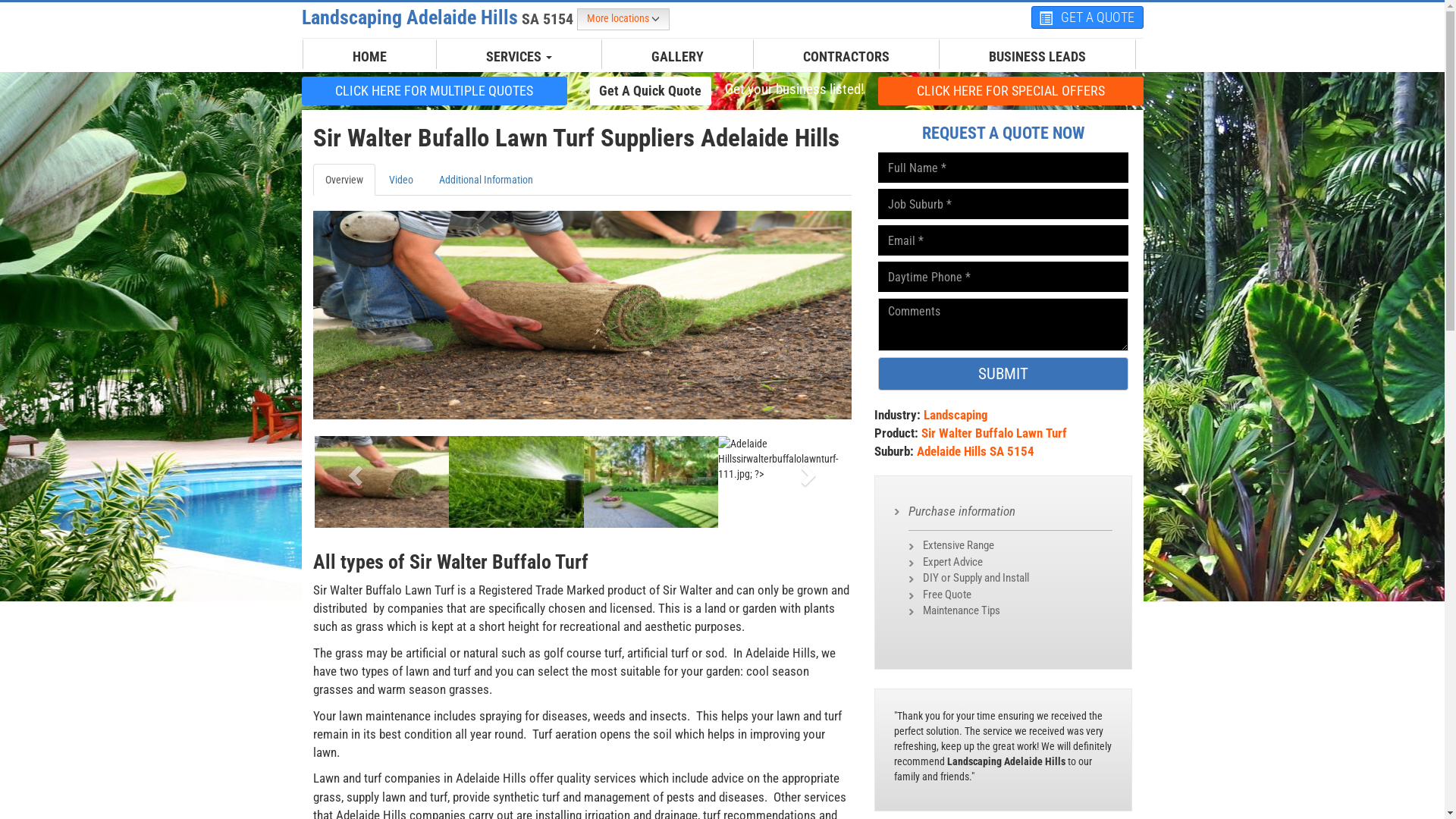 The height and width of the screenshot is (819, 1456). I want to click on 'BUSINESS LEADS', so click(976, 55).